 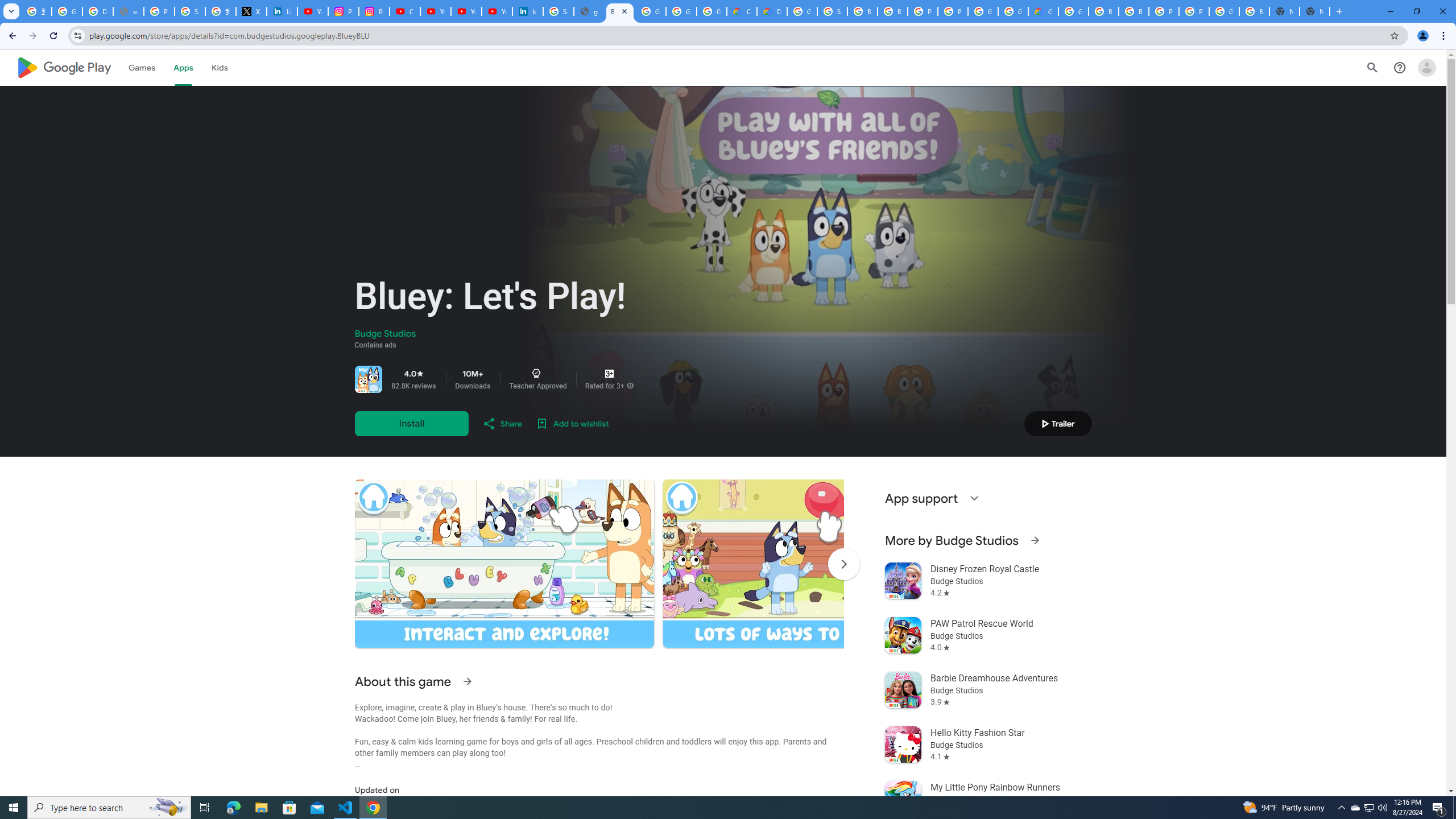 What do you see at coordinates (127, 11) in the screenshot?
I see `'support.google.com - Network error'` at bounding box center [127, 11].